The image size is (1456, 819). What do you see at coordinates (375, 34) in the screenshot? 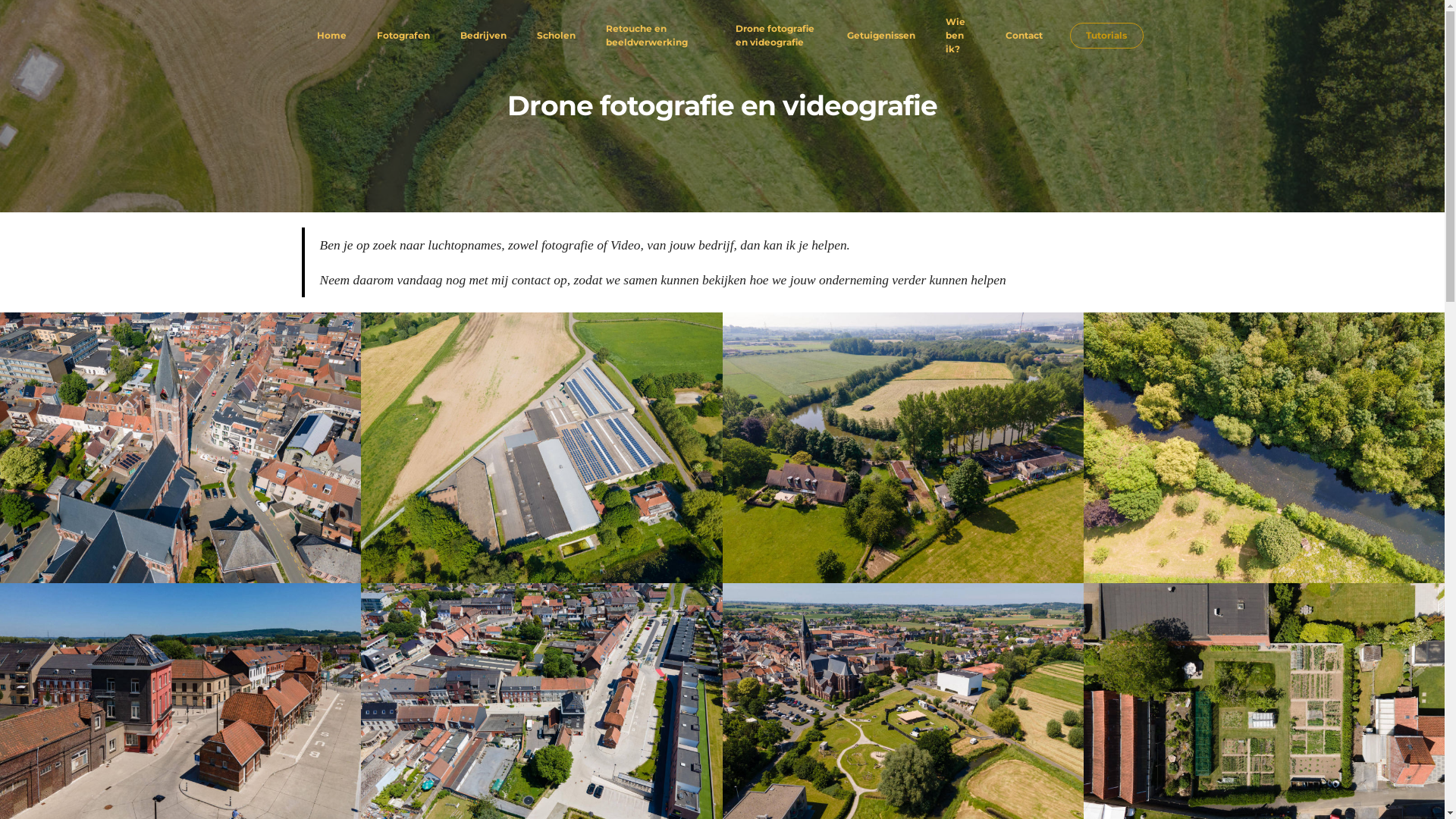
I see `'Fotografen'` at bounding box center [375, 34].